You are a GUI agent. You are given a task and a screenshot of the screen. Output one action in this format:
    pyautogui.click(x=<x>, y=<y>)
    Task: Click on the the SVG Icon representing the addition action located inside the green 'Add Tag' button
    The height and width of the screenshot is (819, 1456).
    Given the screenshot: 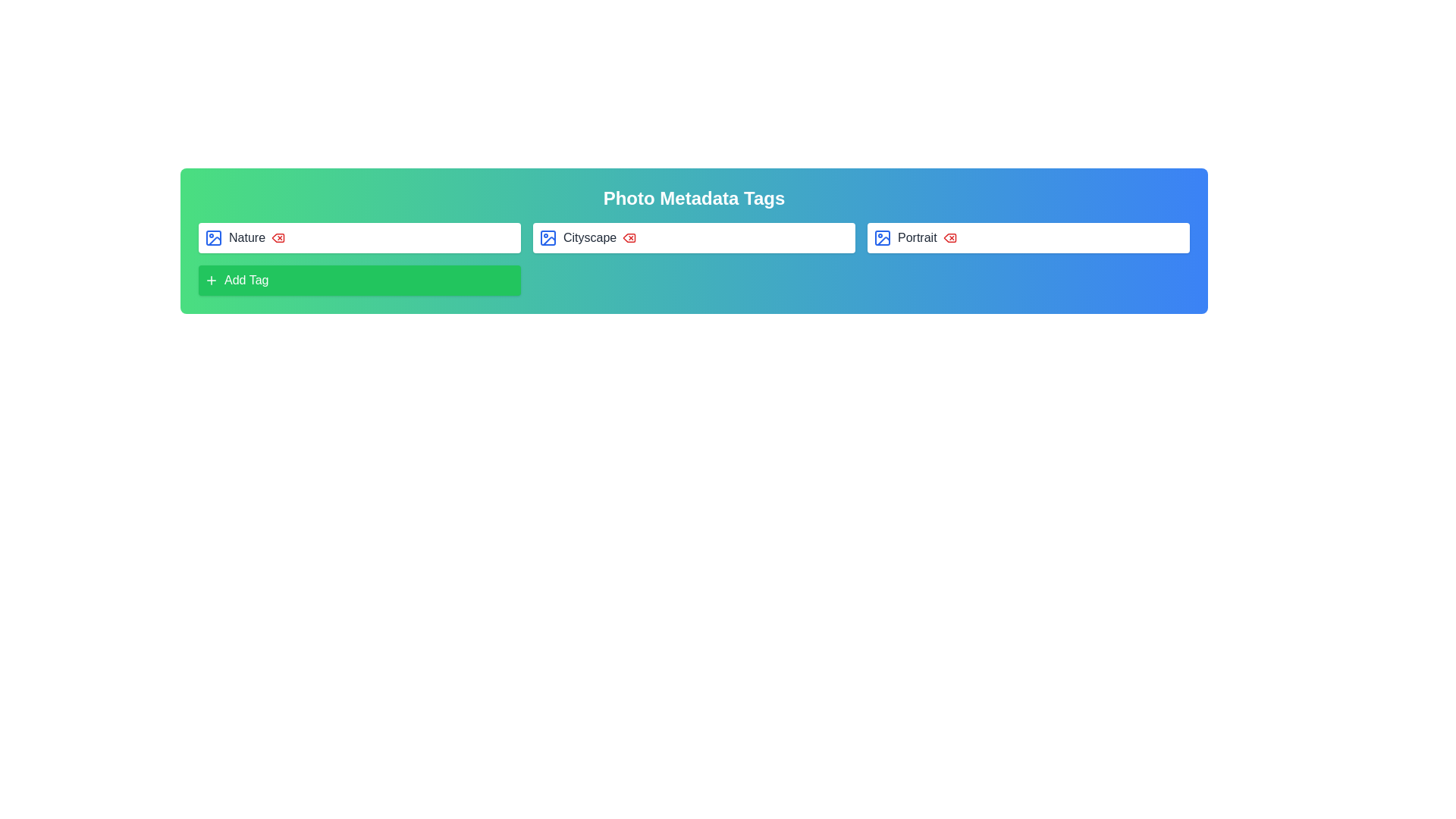 What is the action you would take?
    pyautogui.click(x=210, y=281)
    